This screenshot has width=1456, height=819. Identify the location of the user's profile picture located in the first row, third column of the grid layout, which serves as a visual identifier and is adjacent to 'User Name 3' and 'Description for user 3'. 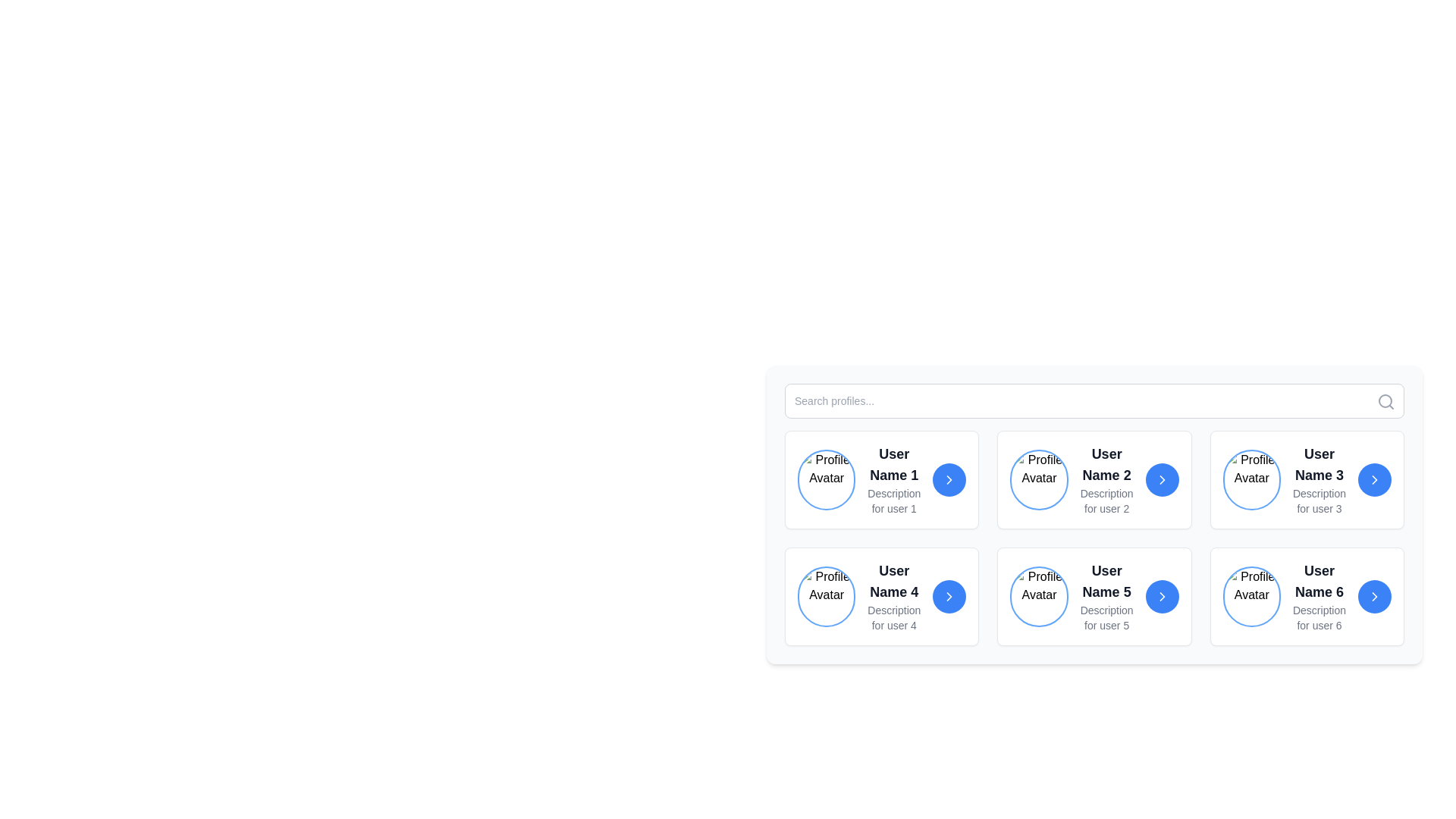
(1251, 479).